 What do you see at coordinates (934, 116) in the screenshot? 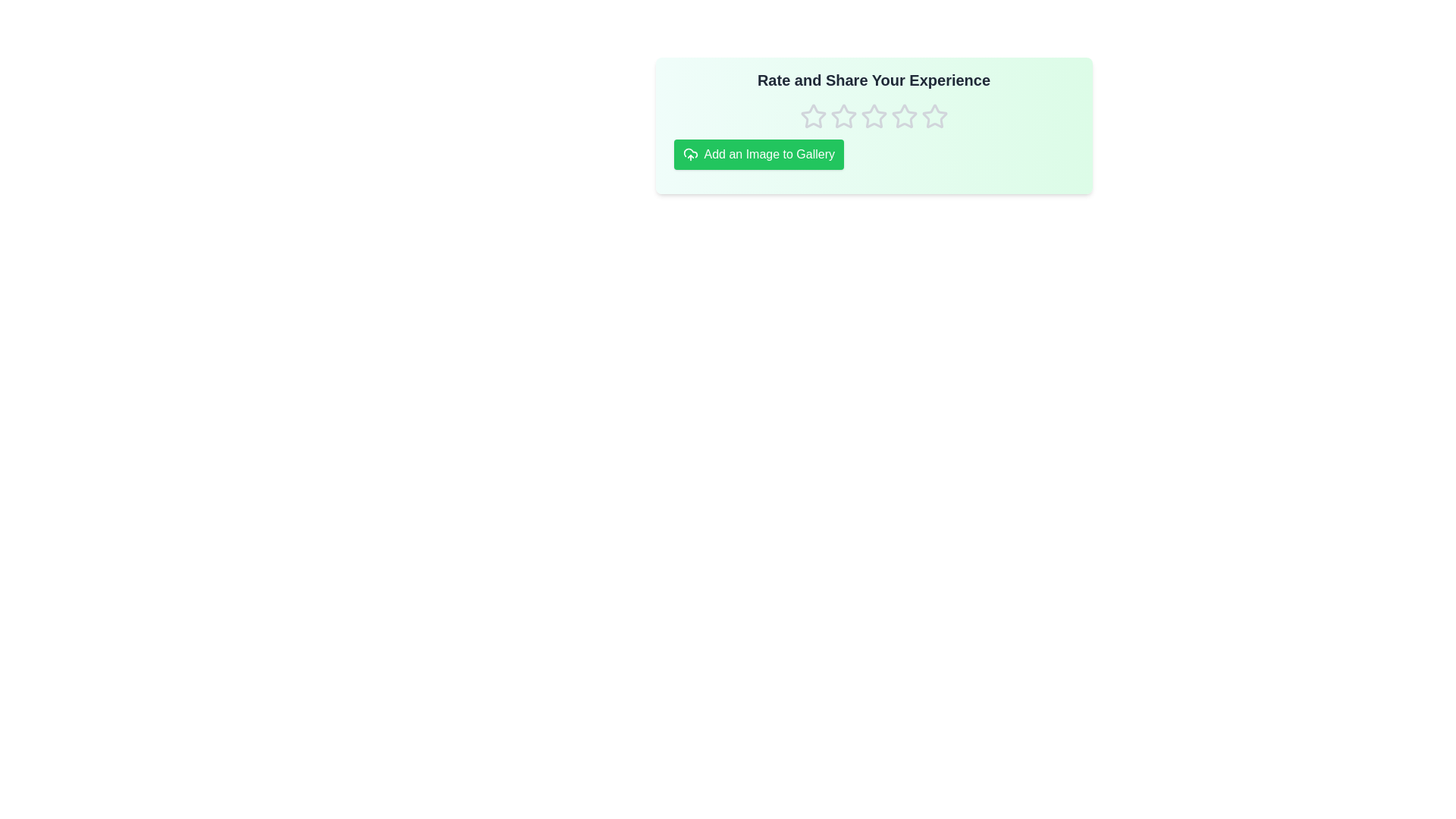
I see `the rating to 5 stars by clicking on the corresponding star` at bounding box center [934, 116].